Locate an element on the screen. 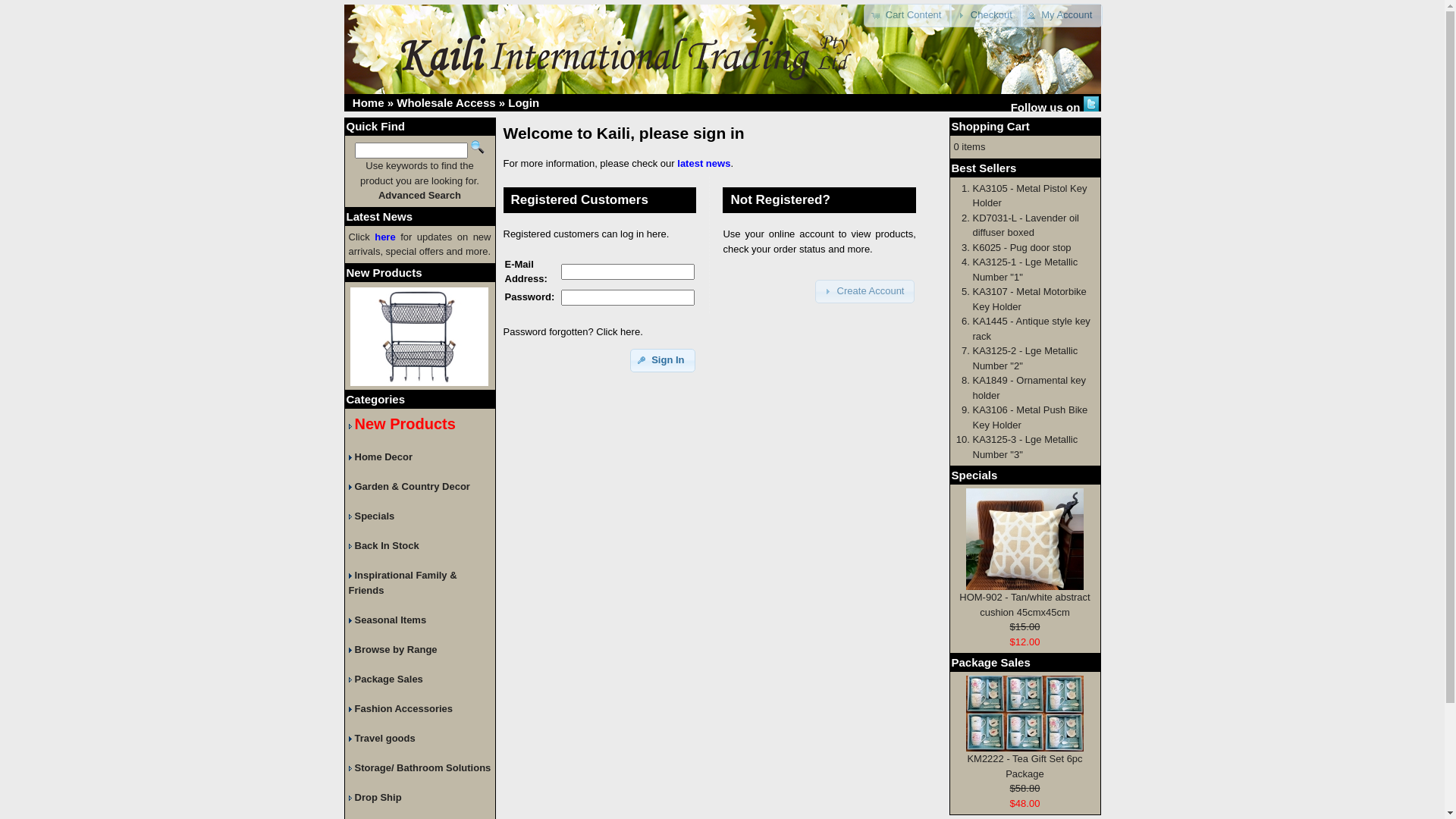 The image size is (1456, 819). 'KA3106 - Metal Push Bike Key Holder' is located at coordinates (1030, 417).